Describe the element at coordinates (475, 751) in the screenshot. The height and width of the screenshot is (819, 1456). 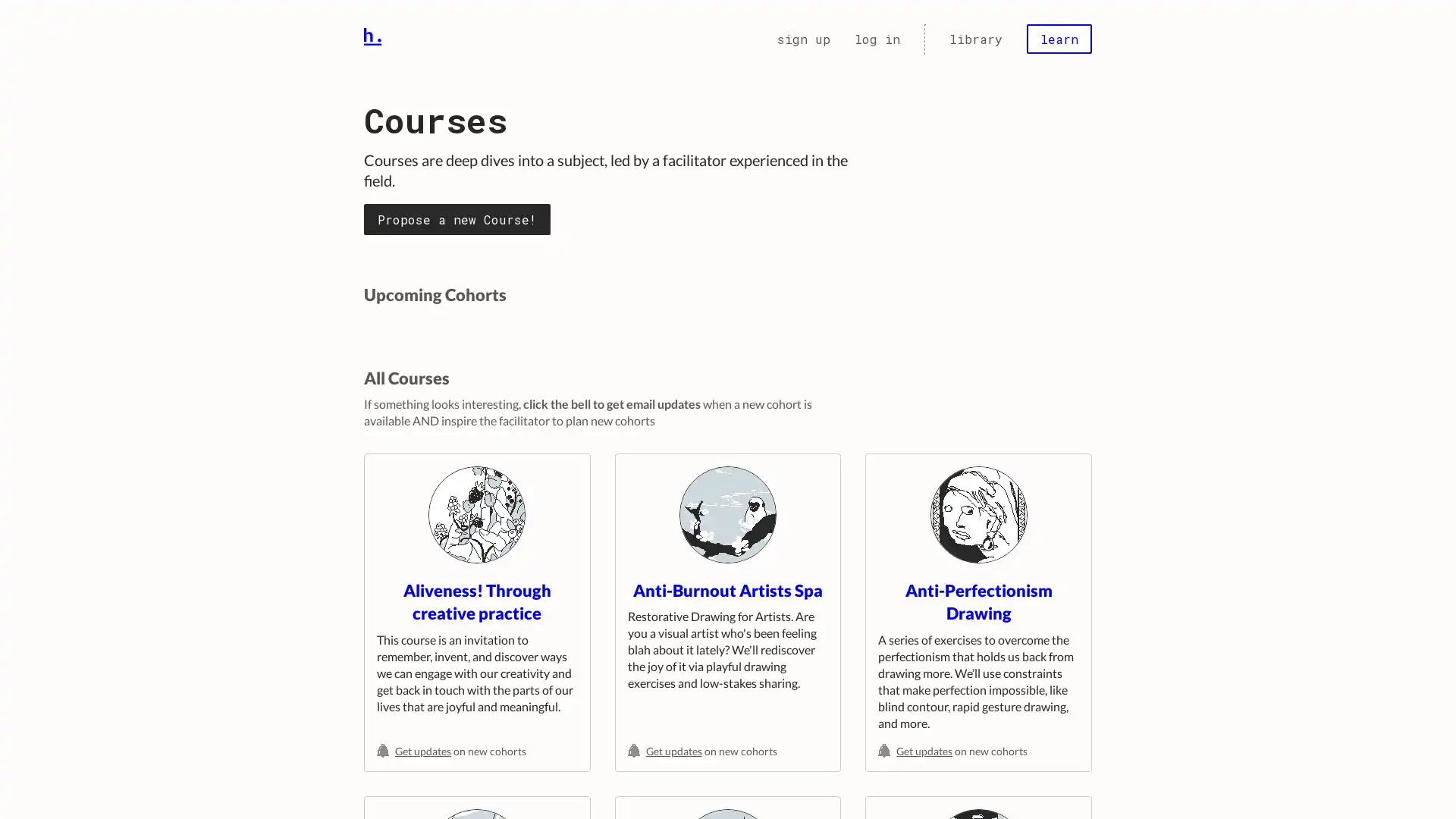
I see `Get updates on new cohorts` at that location.